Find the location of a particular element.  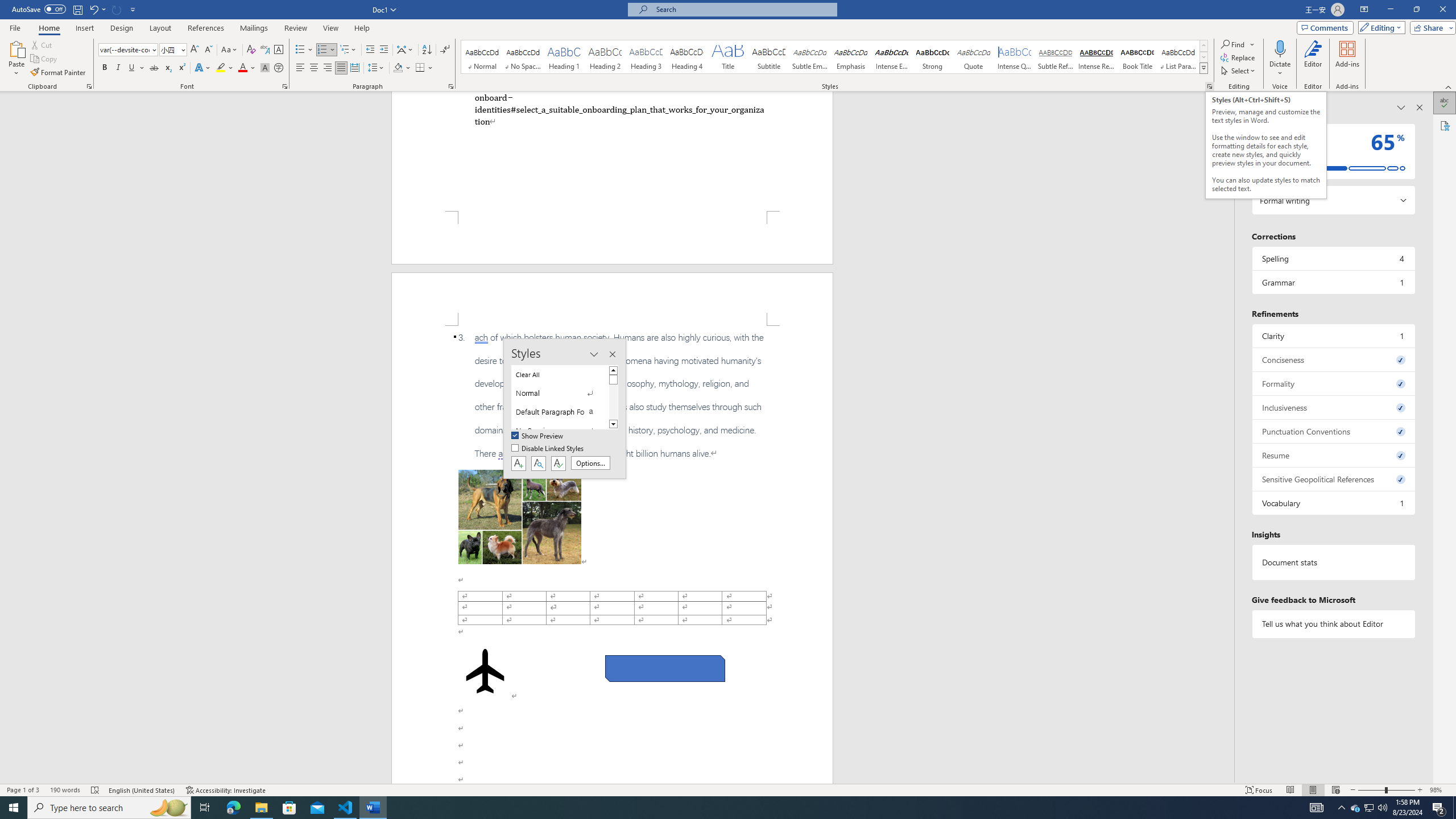

'Zoom Out' is located at coordinates (1371, 790).